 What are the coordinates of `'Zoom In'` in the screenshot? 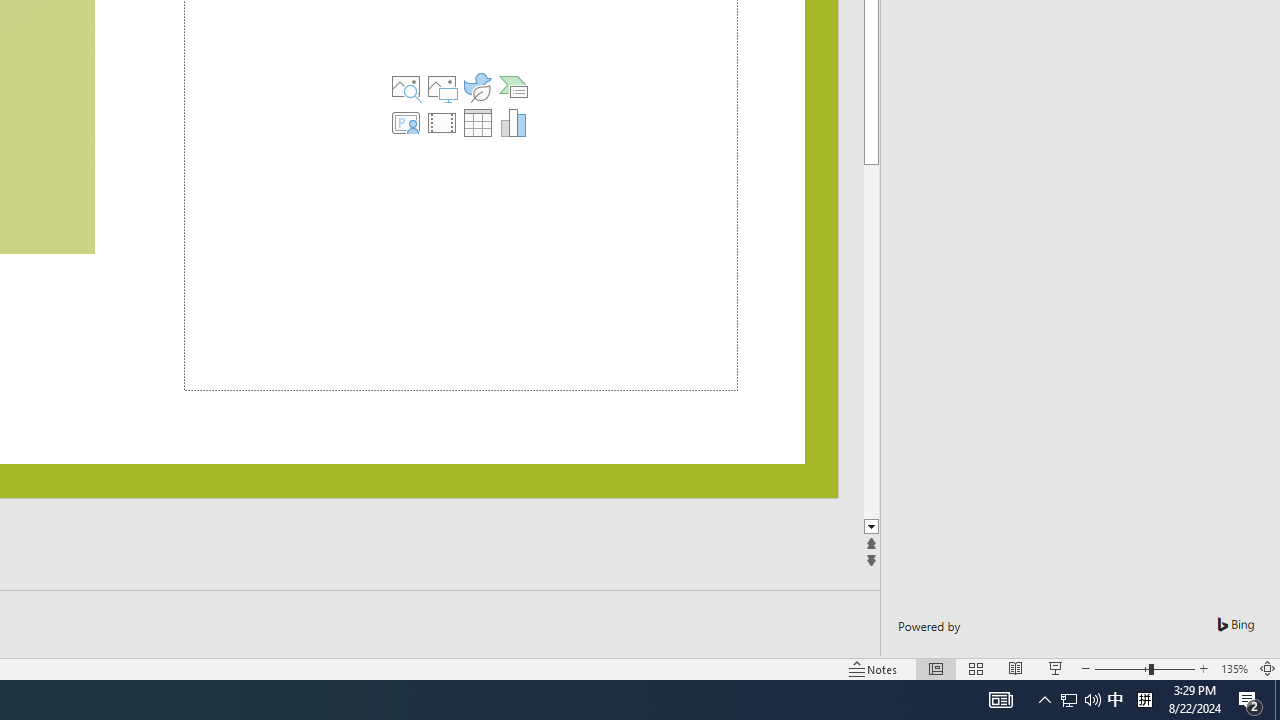 It's located at (1203, 669).